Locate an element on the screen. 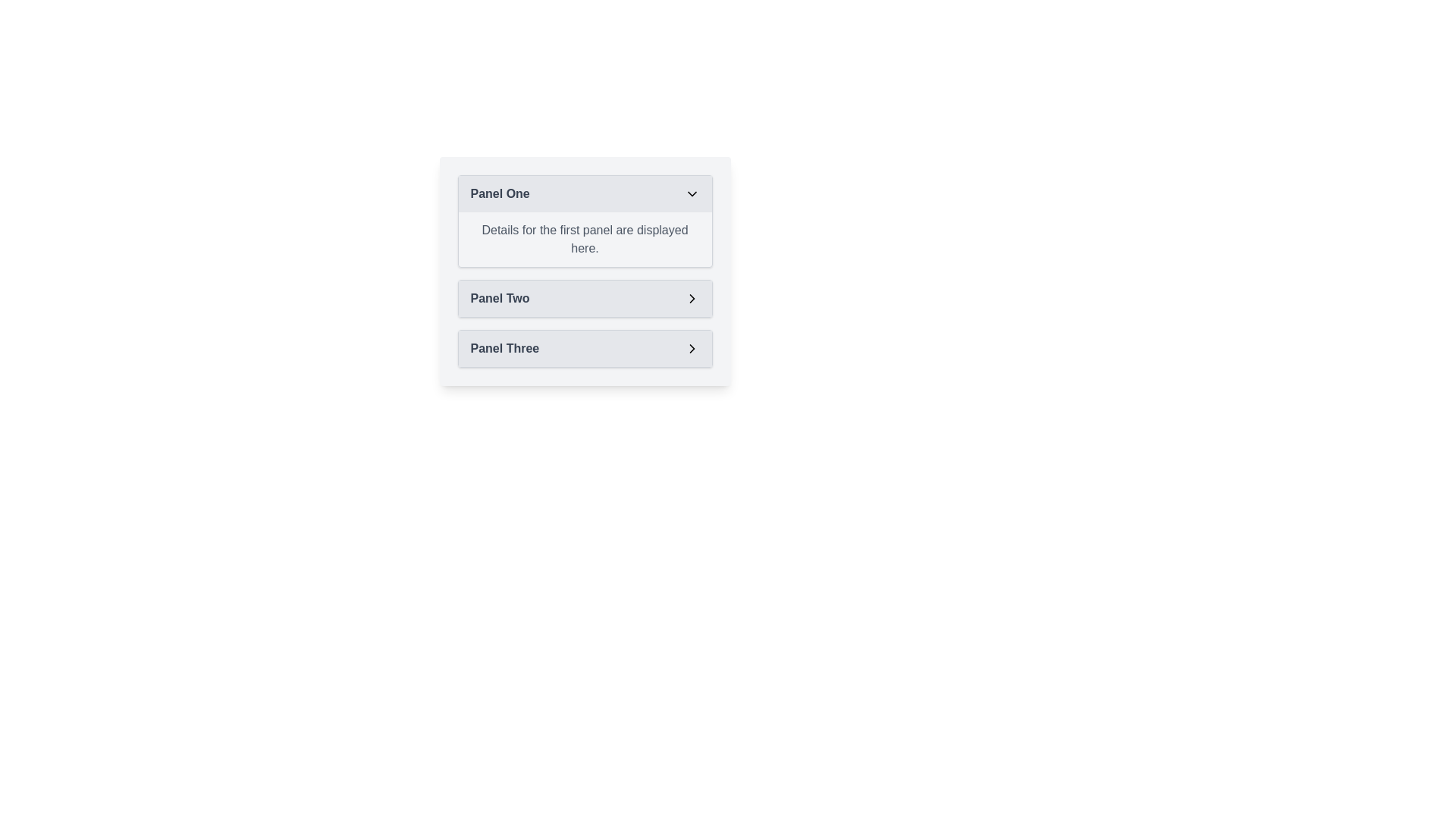  the Text Label that serves as the title indicator for the first panel, which is horizontally aligned towards the left side and vertically centered within the panel is located at coordinates (500, 193).